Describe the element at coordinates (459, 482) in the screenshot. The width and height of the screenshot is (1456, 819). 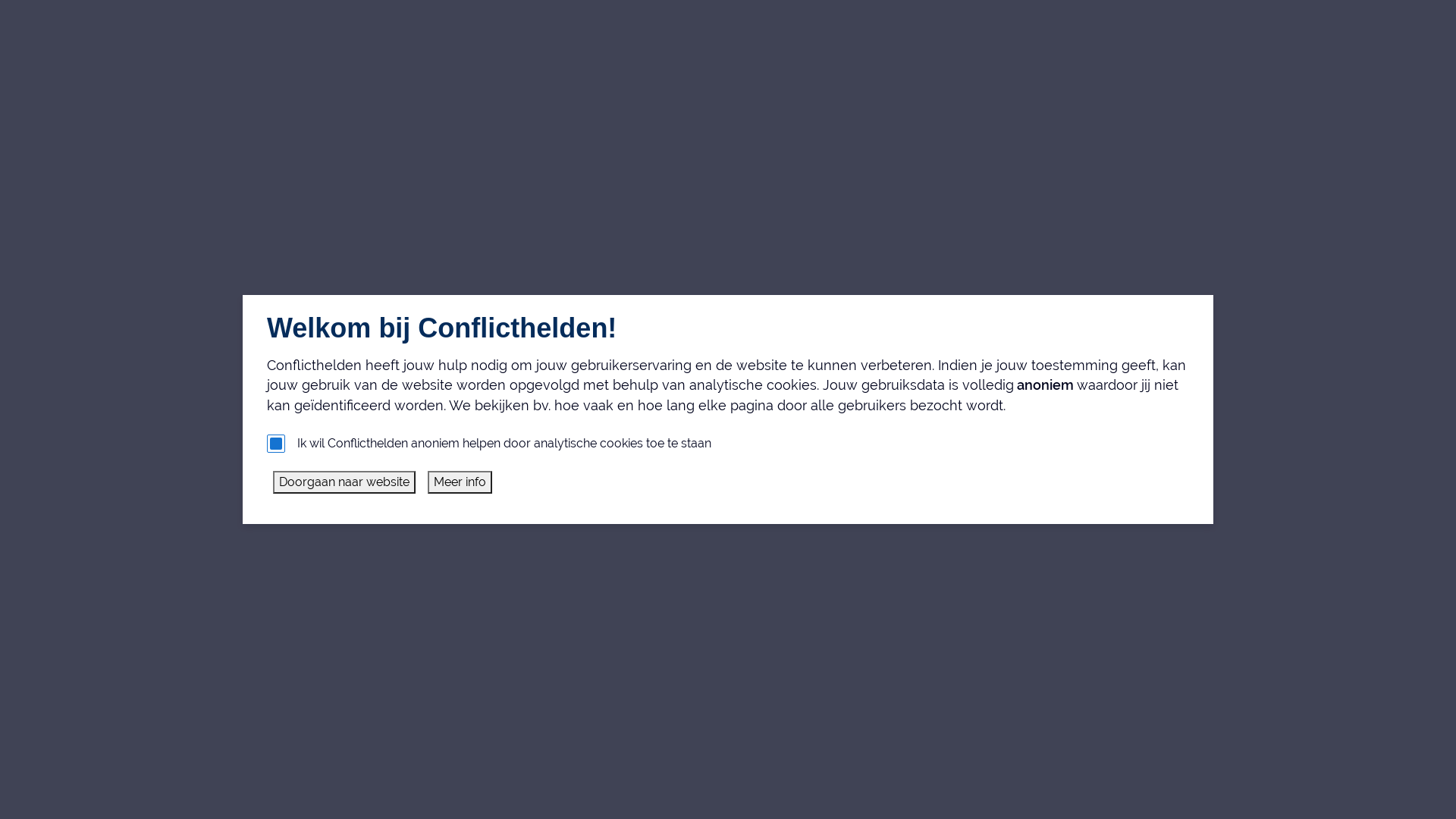
I see `'Meer info'` at that location.